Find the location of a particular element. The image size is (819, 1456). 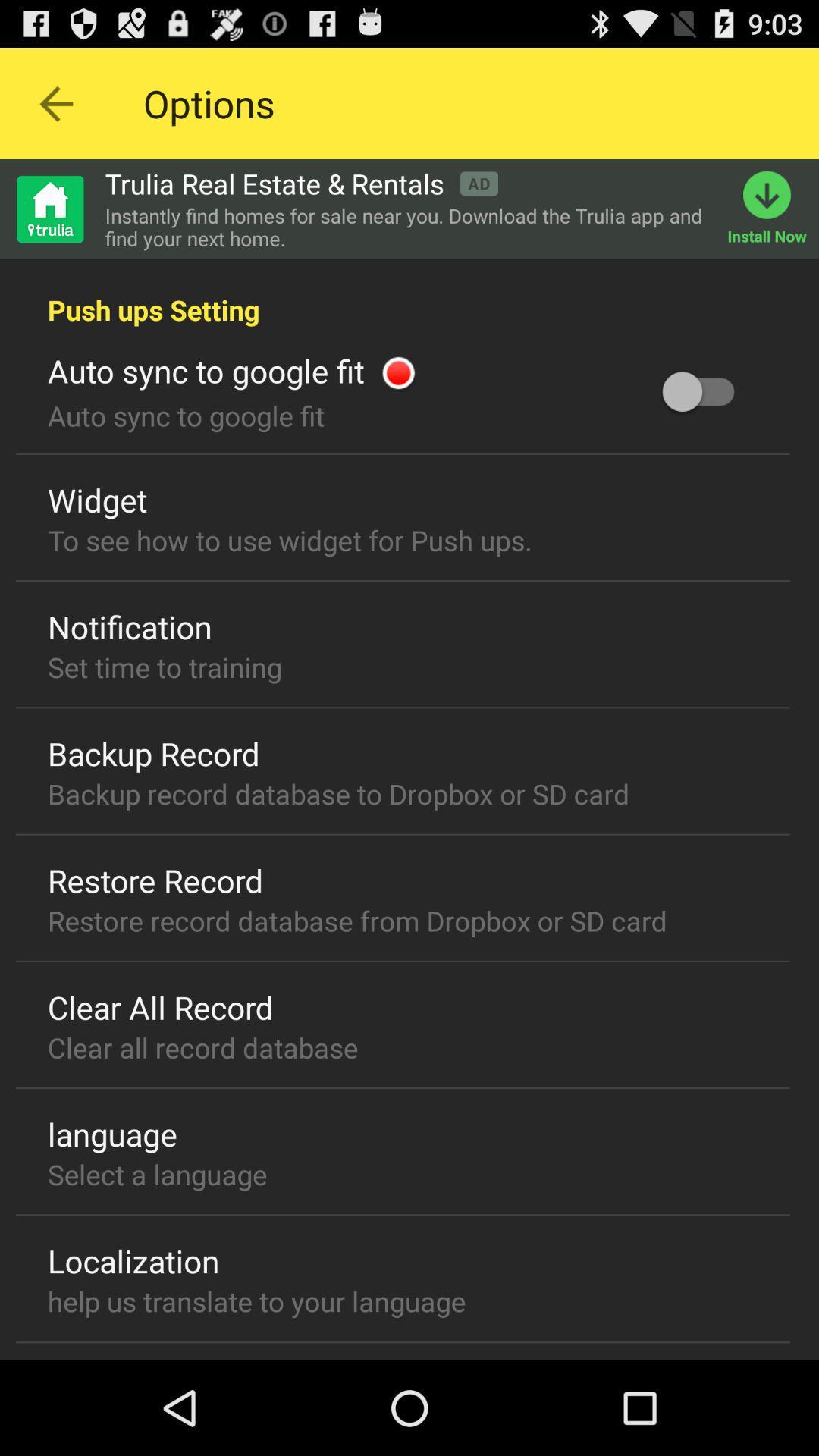

the arrow_backward icon is located at coordinates (55, 110).